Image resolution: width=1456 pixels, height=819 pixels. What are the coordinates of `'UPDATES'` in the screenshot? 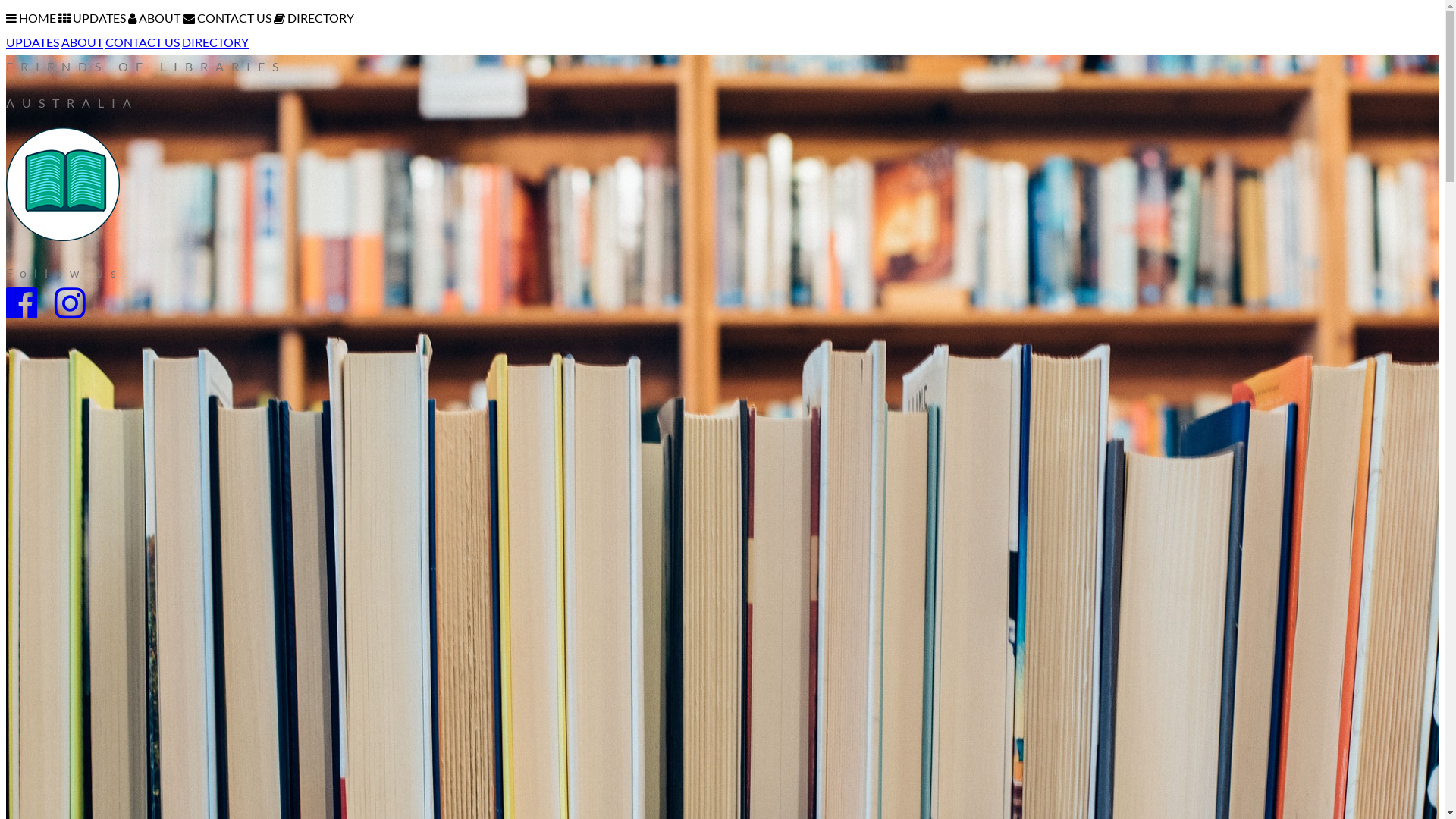 It's located at (6, 41).